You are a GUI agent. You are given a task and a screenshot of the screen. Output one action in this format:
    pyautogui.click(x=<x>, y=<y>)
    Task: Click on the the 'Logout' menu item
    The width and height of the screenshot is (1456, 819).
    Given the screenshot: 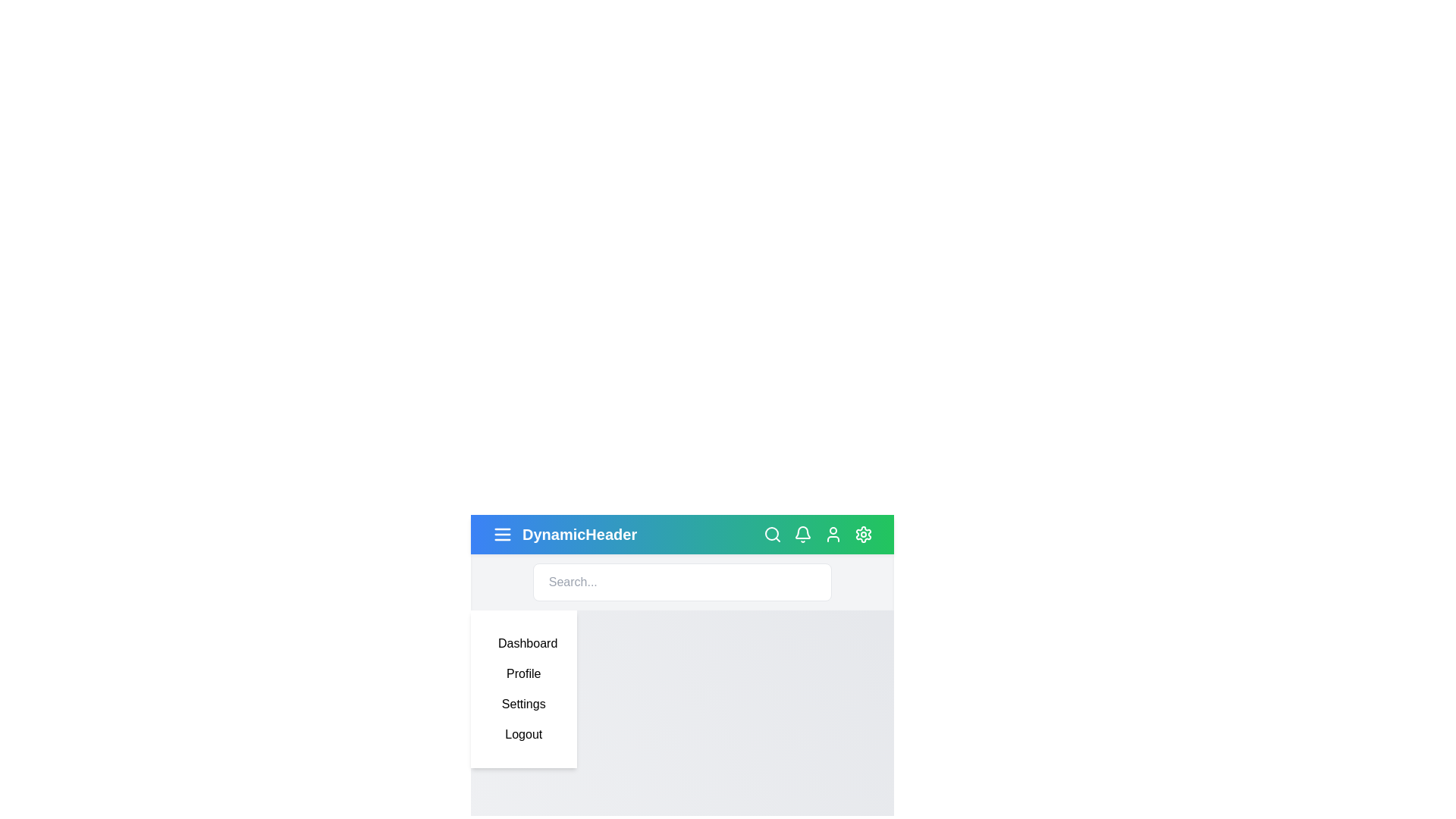 What is the action you would take?
    pyautogui.click(x=523, y=733)
    